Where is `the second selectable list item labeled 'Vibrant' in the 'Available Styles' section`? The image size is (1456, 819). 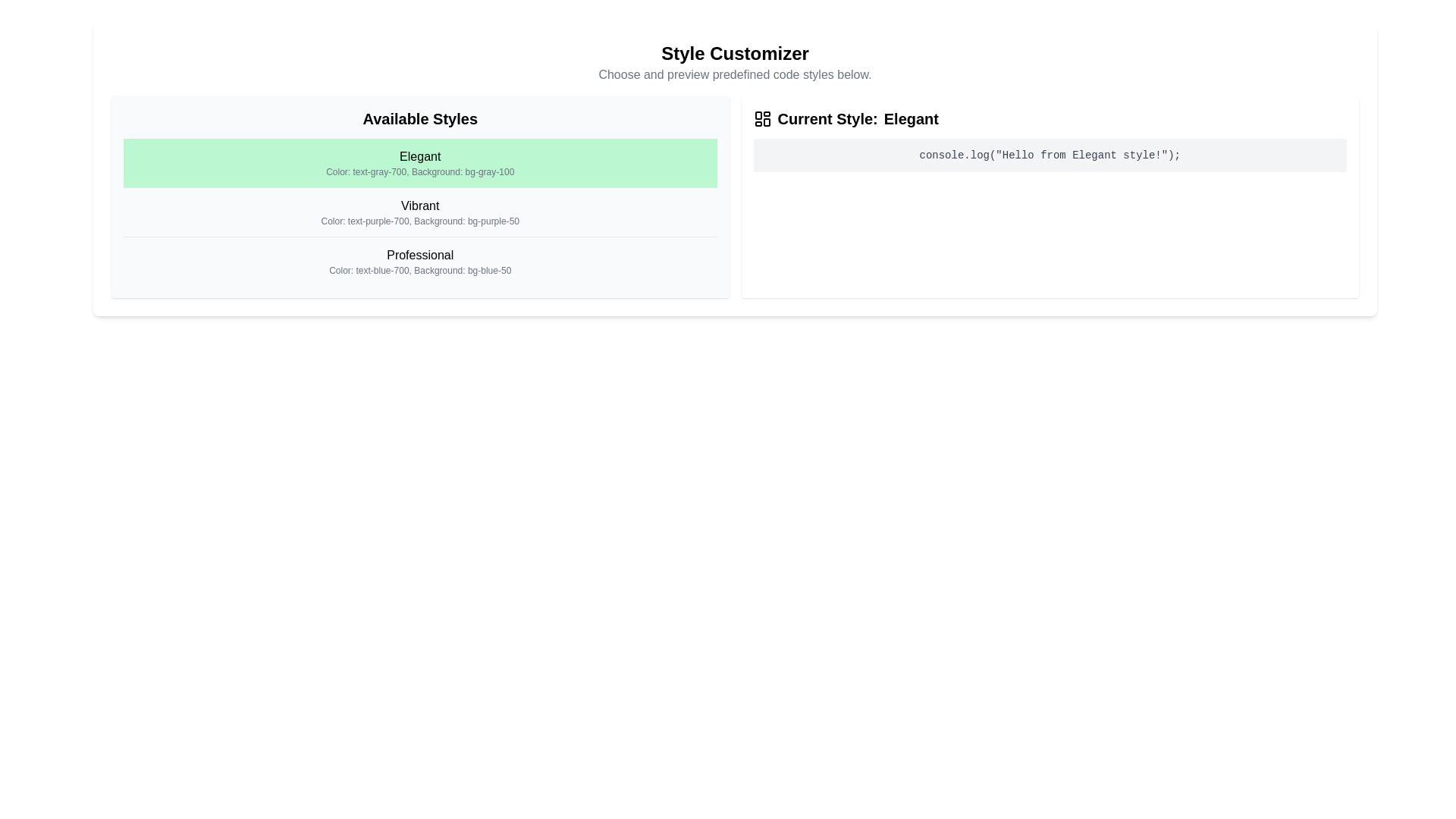
the second selectable list item labeled 'Vibrant' in the 'Available Styles' section is located at coordinates (420, 212).